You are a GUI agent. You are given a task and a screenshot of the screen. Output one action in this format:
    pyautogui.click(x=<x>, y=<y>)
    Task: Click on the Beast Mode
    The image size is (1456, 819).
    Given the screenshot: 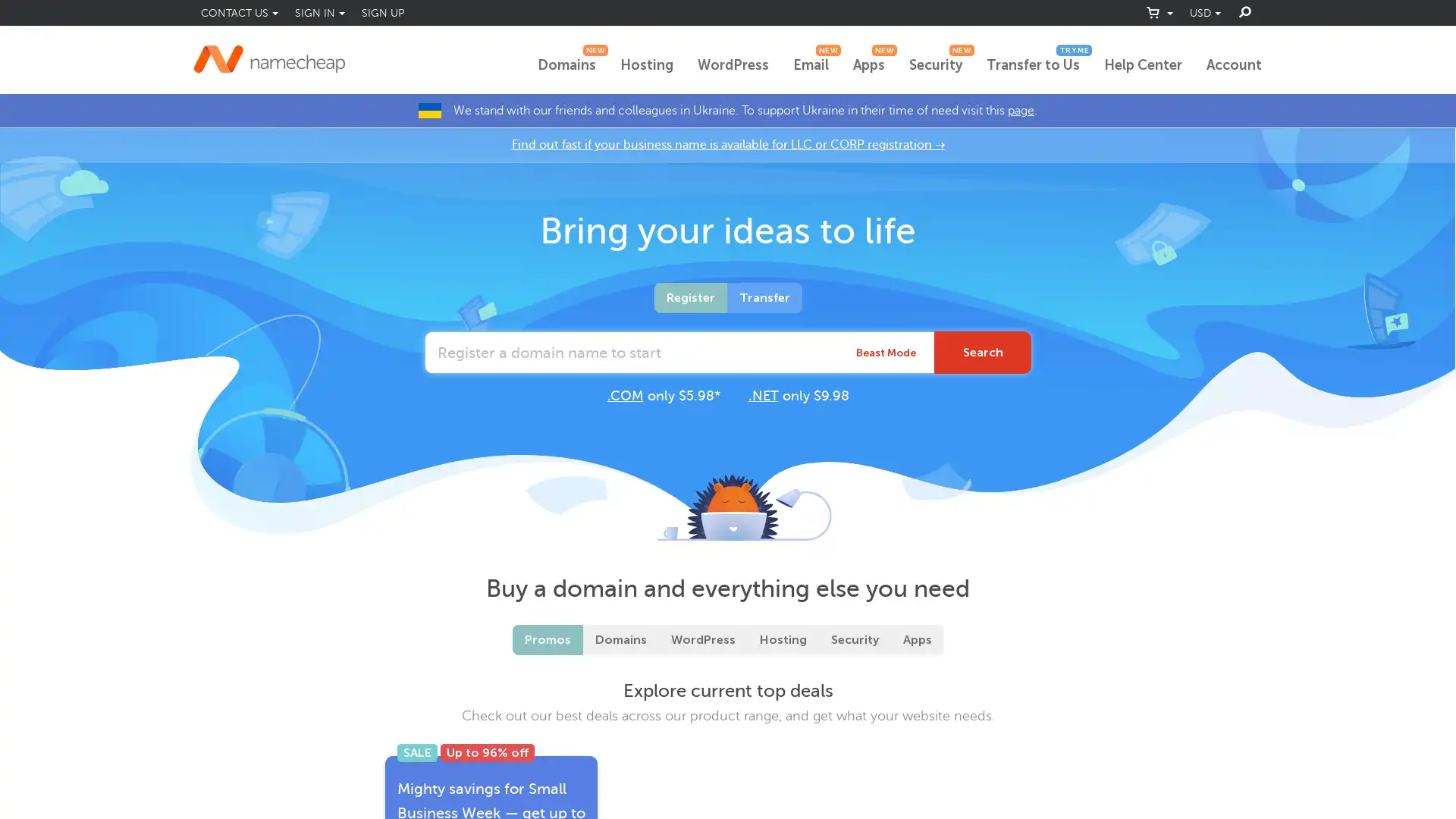 What is the action you would take?
    pyautogui.click(x=886, y=353)
    